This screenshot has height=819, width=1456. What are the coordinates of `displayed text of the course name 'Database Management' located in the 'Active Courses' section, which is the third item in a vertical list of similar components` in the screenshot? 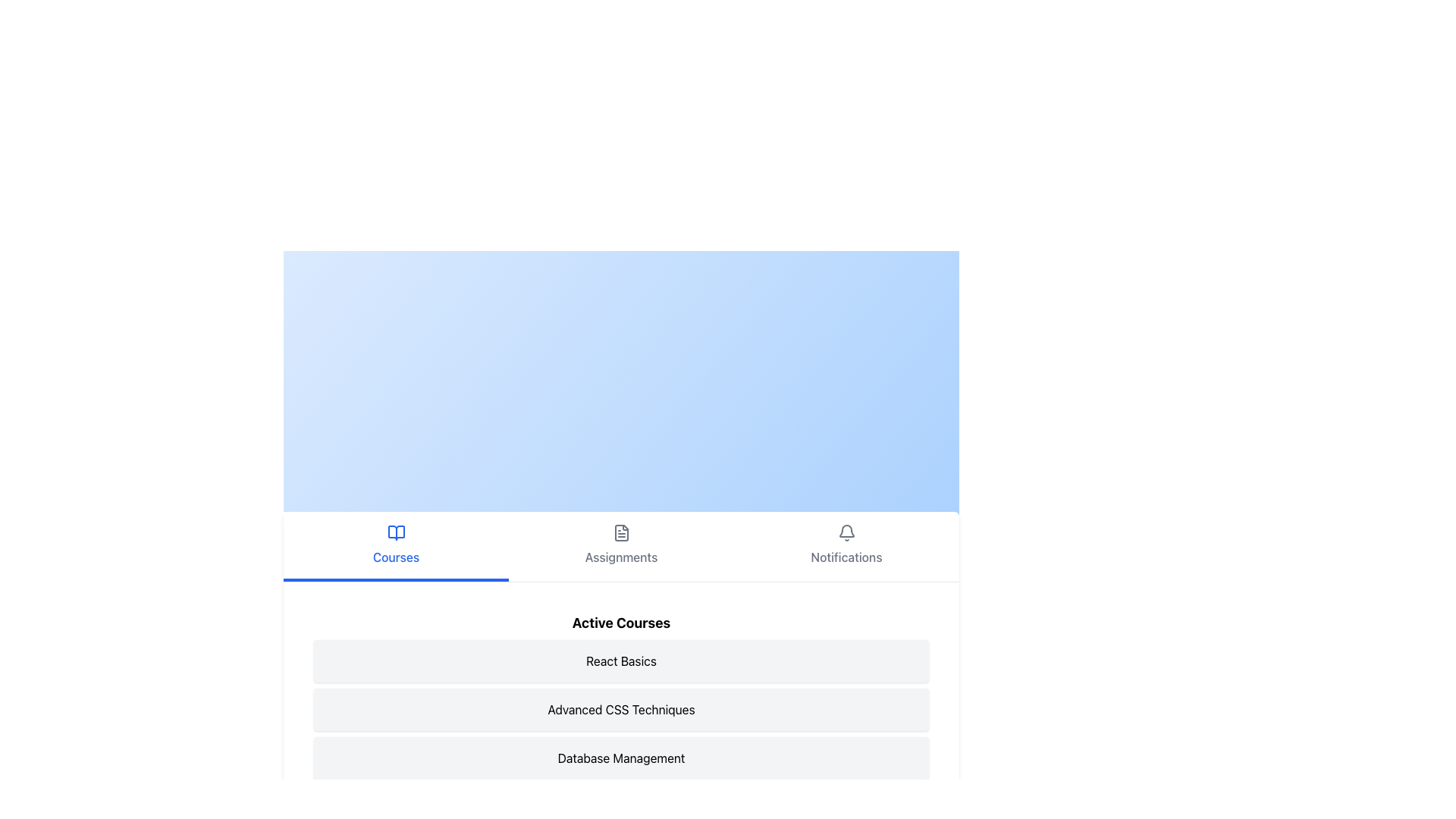 It's located at (621, 758).